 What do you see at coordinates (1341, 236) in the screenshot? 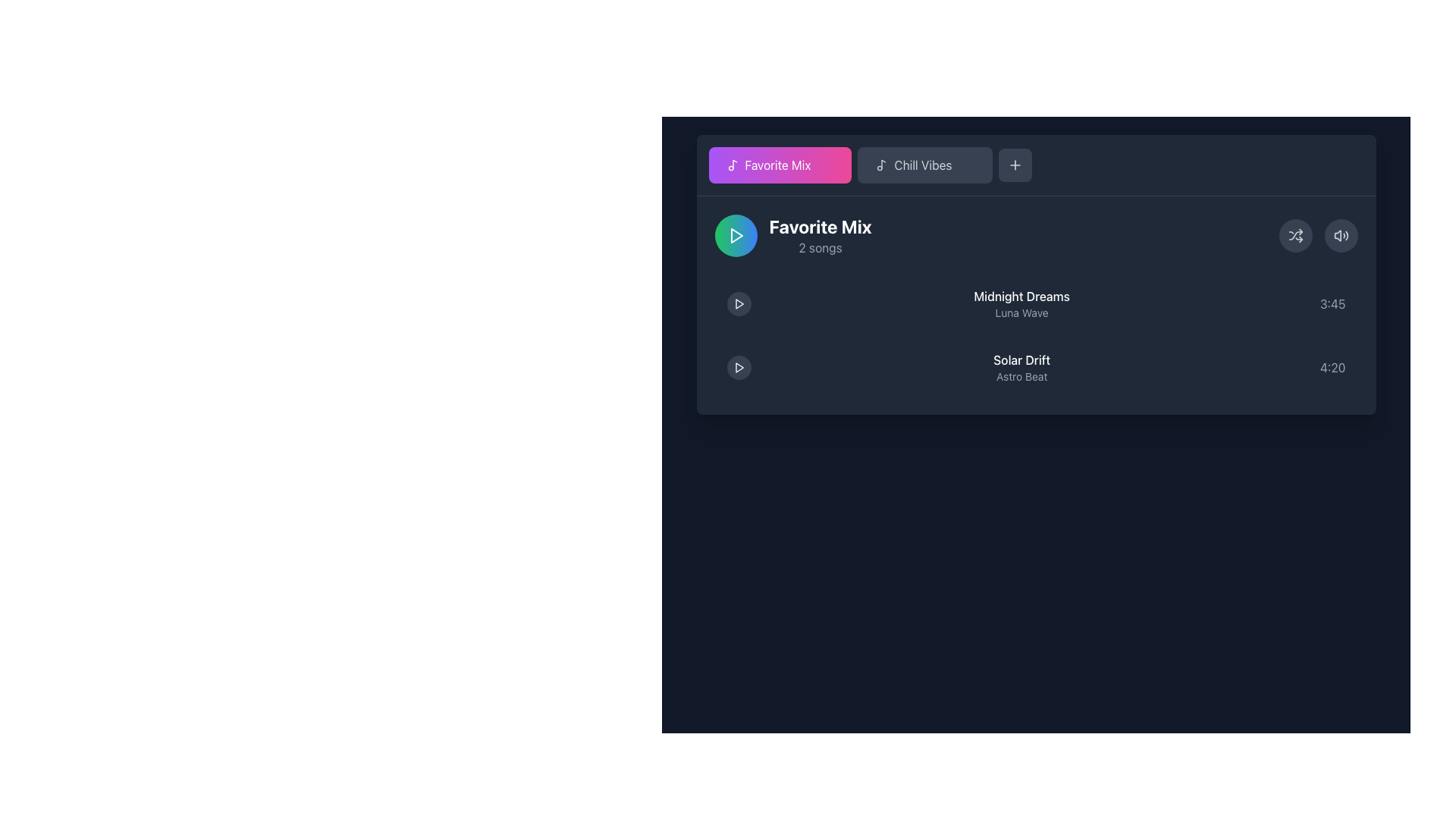
I see `the Sound control icon, which is a gray speaker symbol with sound waves, to adjust the sound settings` at bounding box center [1341, 236].